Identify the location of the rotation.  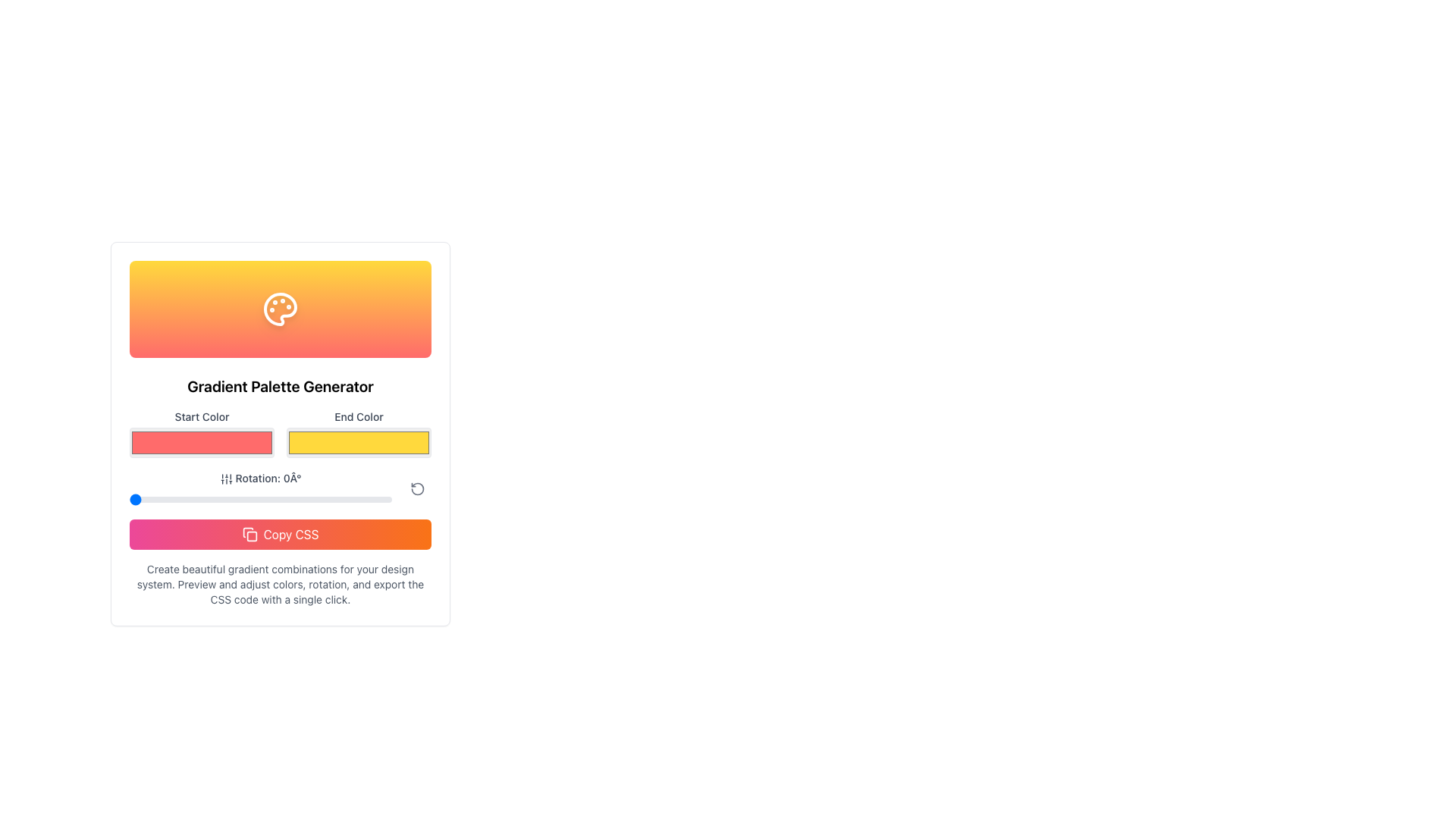
(248, 500).